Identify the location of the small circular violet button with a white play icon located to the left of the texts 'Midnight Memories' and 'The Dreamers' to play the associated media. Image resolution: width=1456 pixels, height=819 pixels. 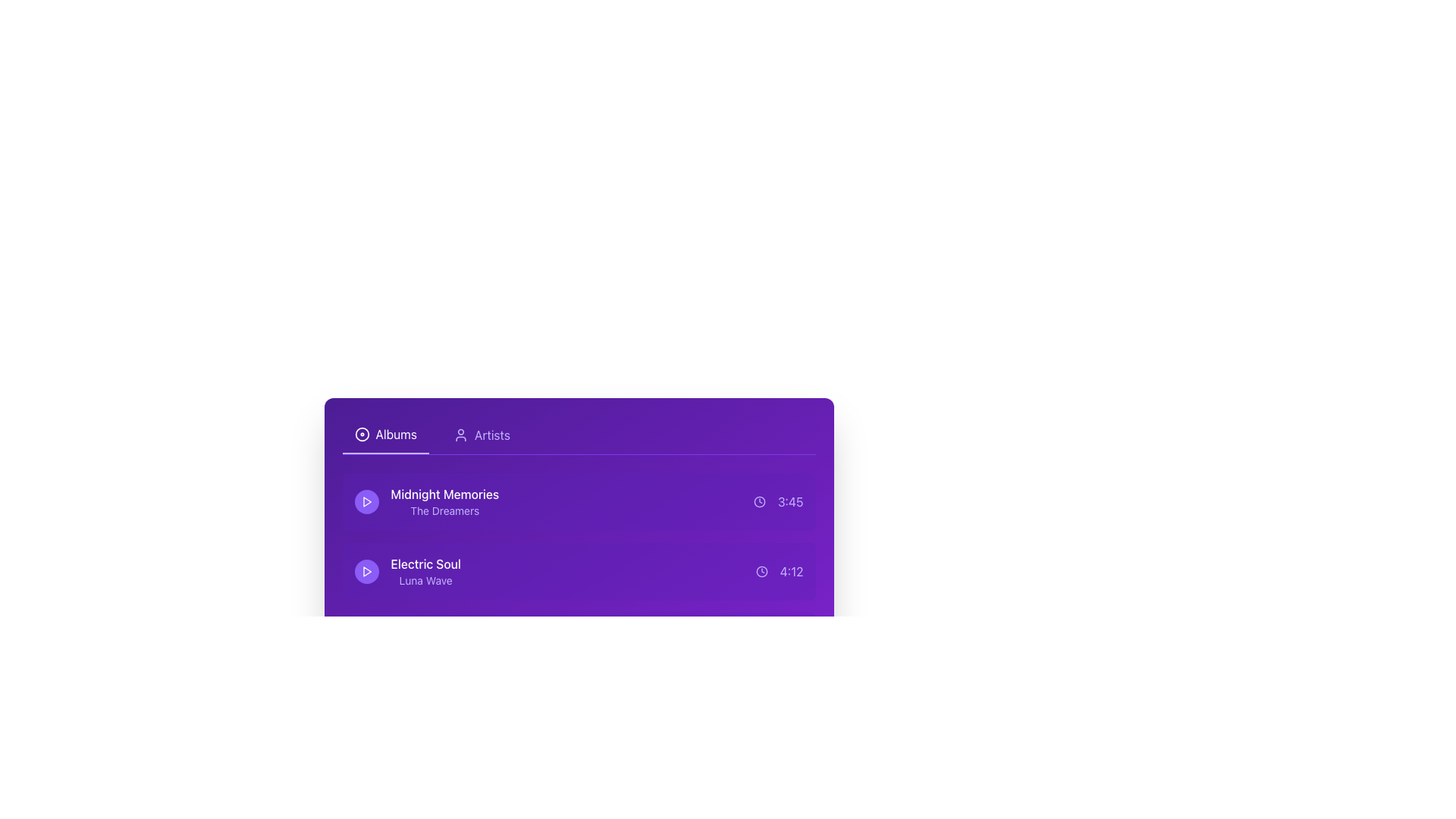
(366, 502).